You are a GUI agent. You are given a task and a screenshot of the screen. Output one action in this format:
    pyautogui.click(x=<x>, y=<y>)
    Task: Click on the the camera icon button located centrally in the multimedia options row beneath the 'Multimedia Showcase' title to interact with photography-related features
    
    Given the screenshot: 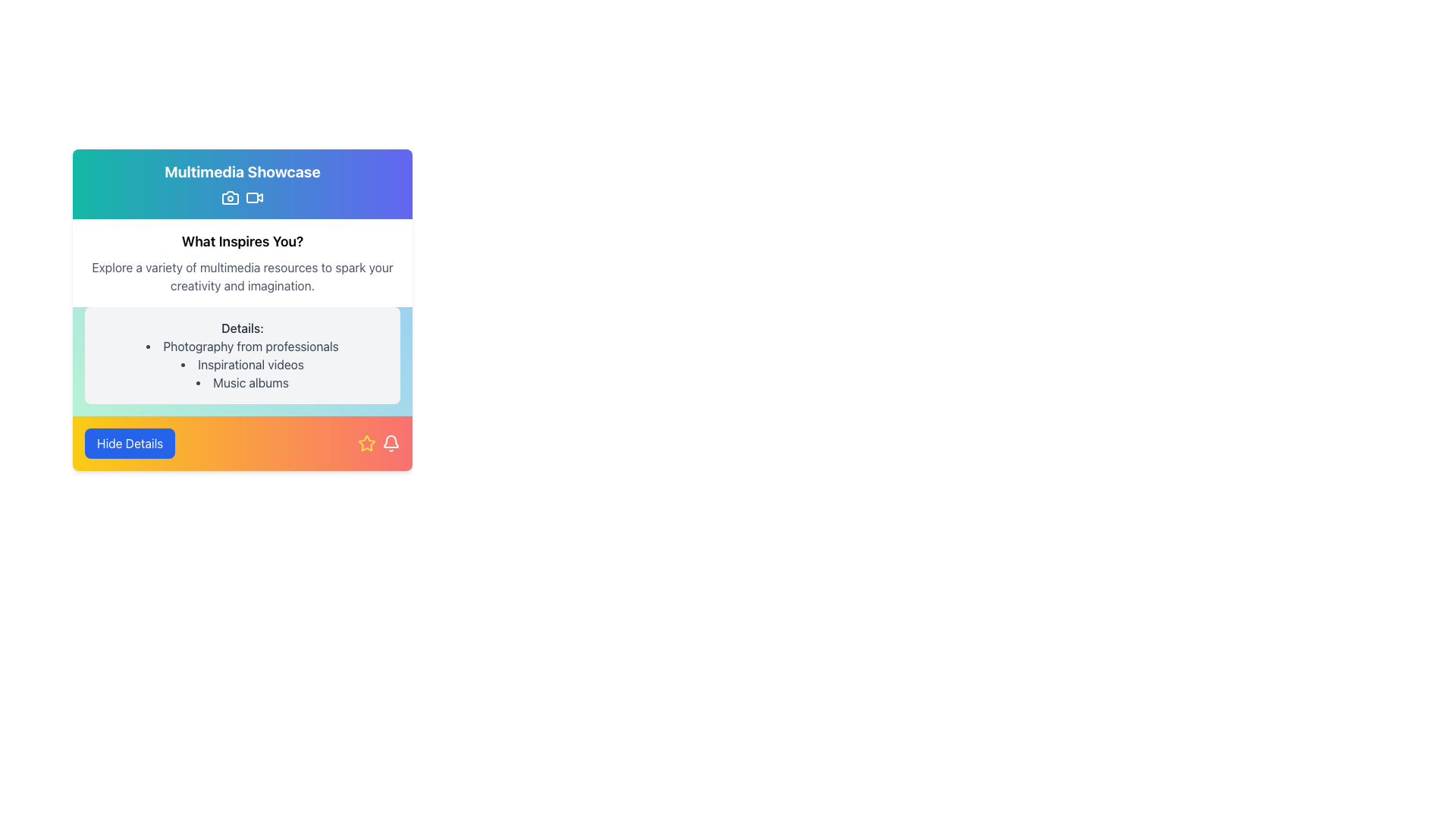 What is the action you would take?
    pyautogui.click(x=229, y=197)
    